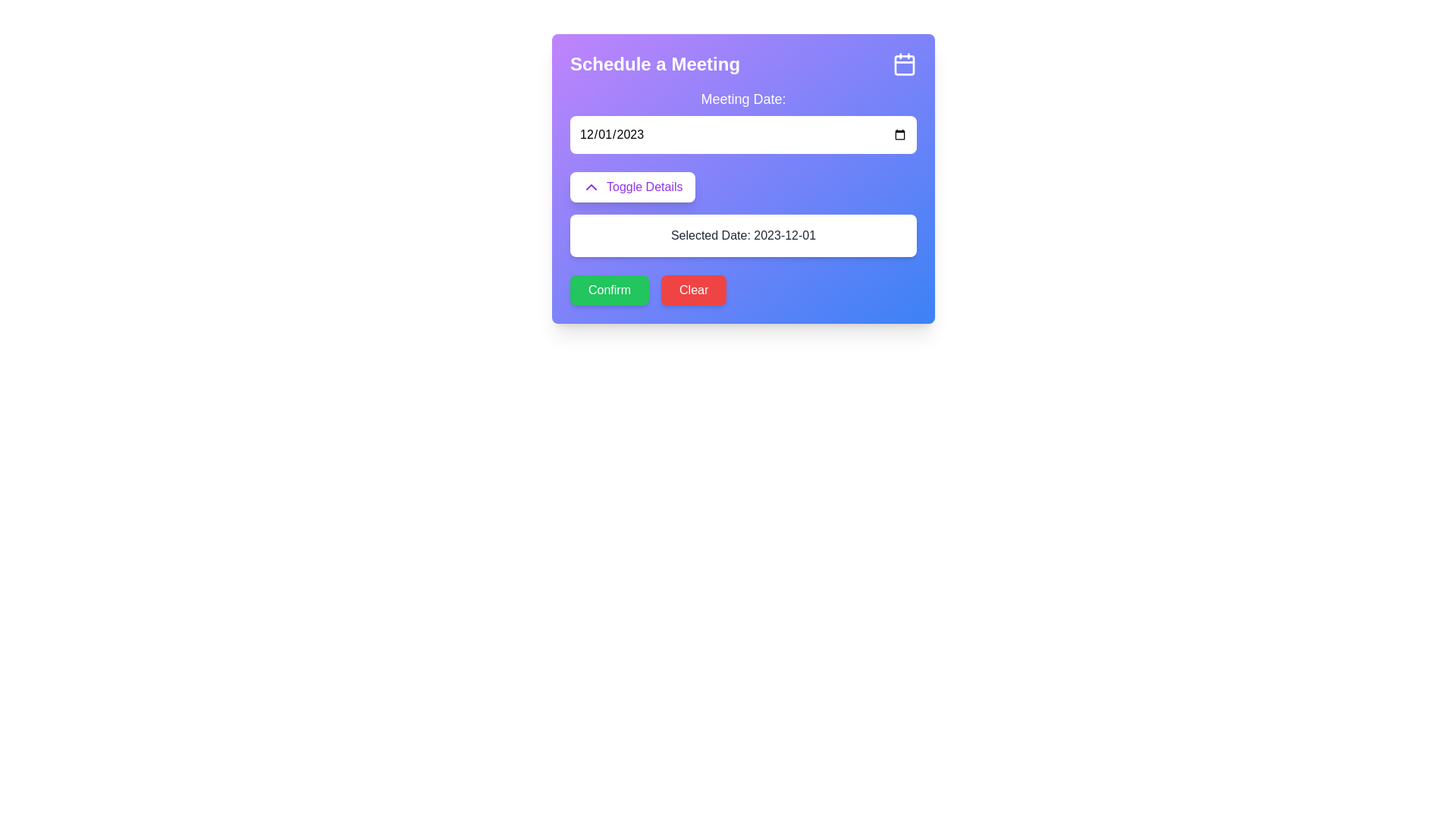 The height and width of the screenshot is (819, 1456). Describe the element at coordinates (743, 236) in the screenshot. I see `the static text displaying 'Selected Date: 2023-12-01', which is styled in dark gray and located in the lower portion of the form interface` at that location.